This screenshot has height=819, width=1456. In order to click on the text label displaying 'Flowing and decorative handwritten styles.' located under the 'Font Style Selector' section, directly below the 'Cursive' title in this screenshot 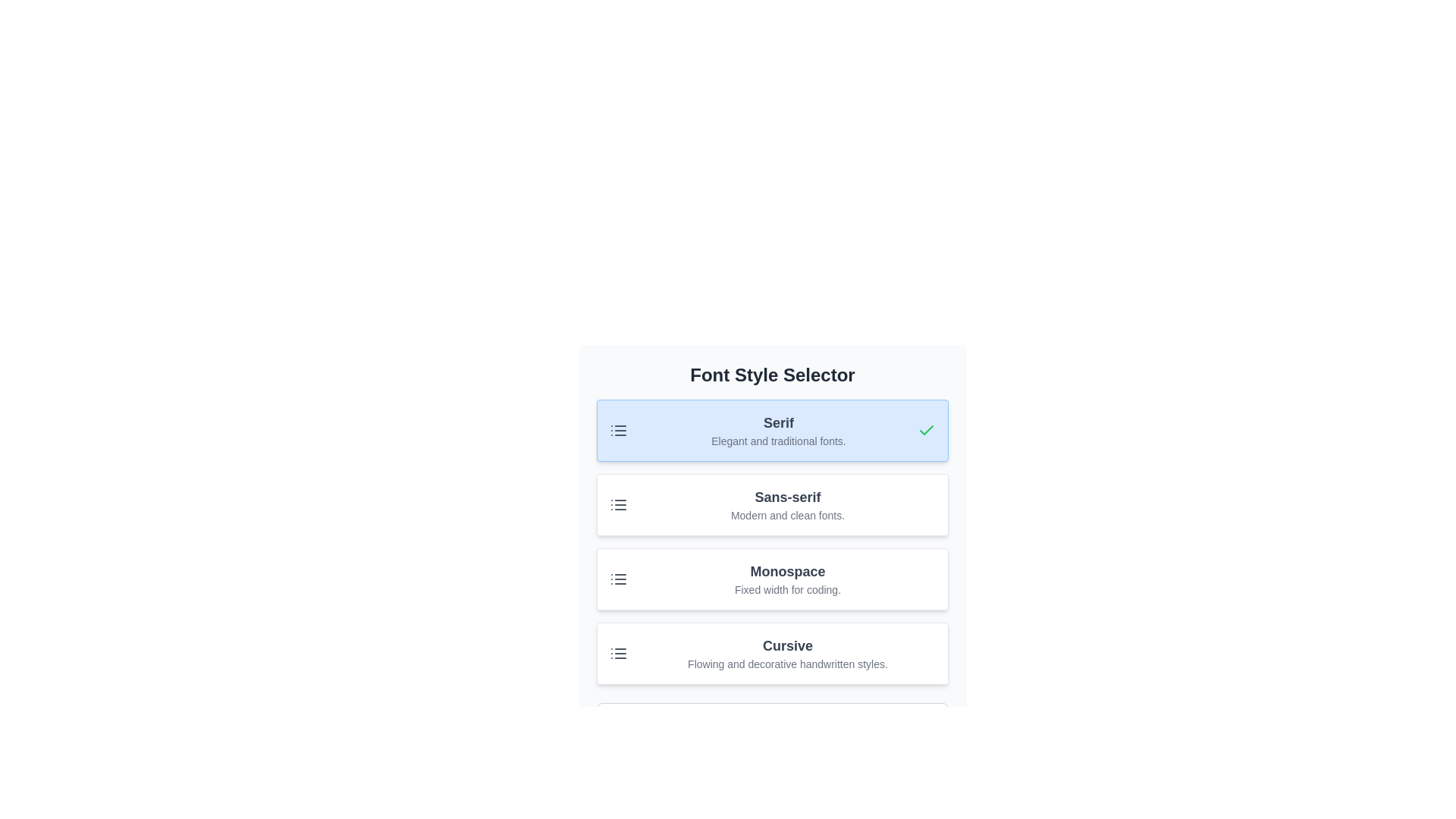, I will do `click(787, 663)`.